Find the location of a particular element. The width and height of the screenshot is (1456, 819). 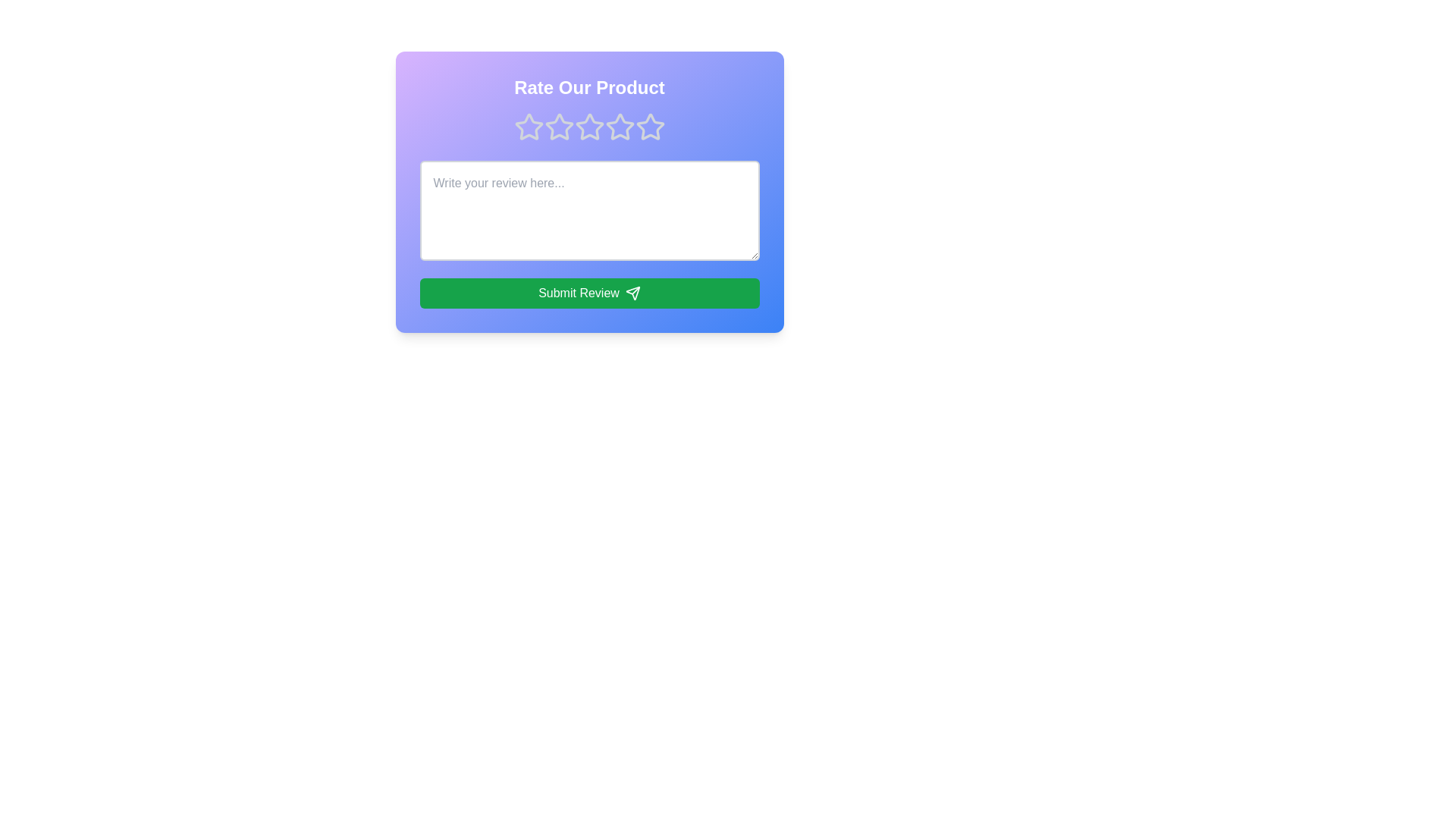

the fourth star icon in the row of five star icons is located at coordinates (650, 125).